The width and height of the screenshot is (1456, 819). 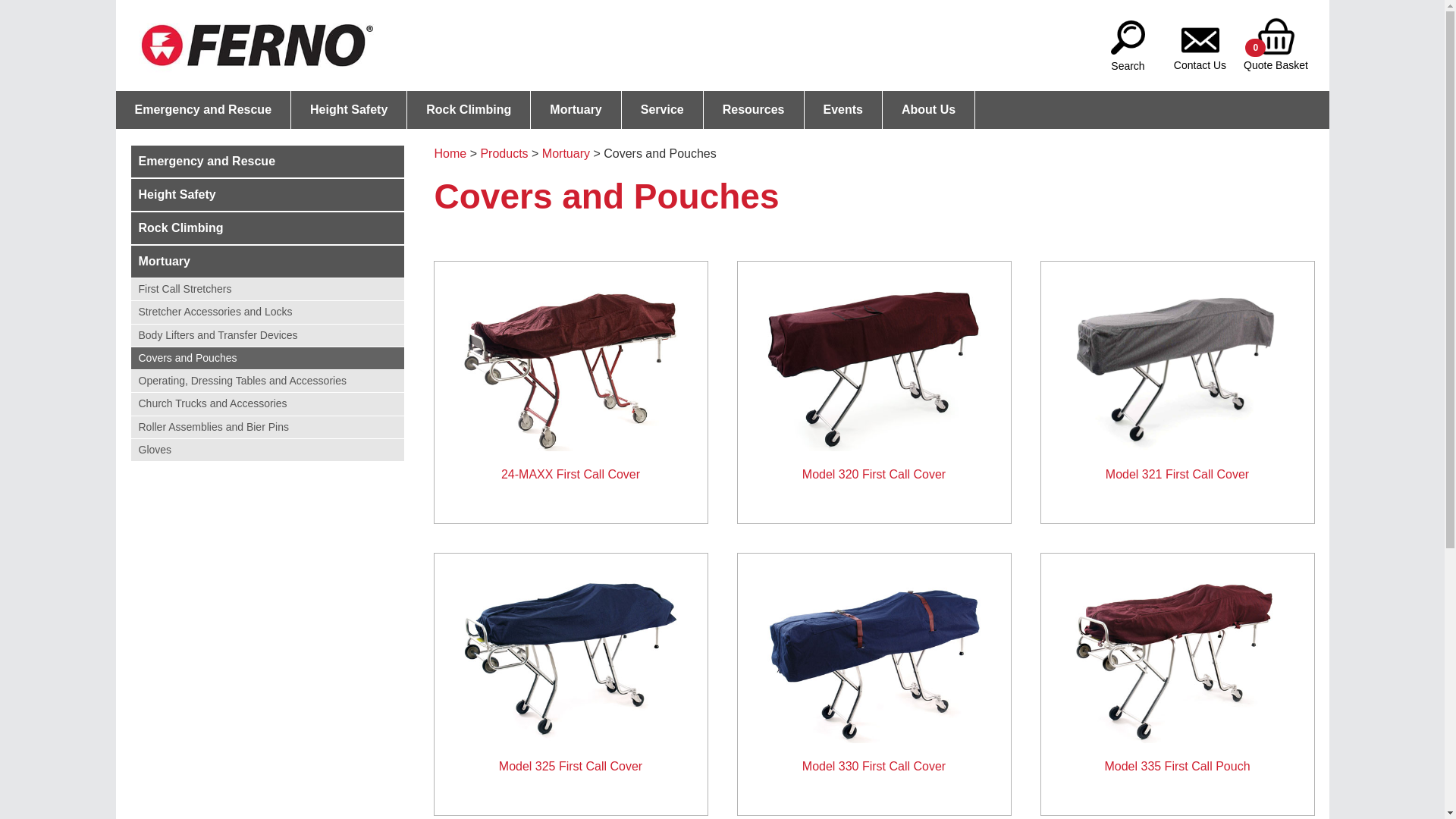 What do you see at coordinates (1199, 34) in the screenshot?
I see `'Contact Us'` at bounding box center [1199, 34].